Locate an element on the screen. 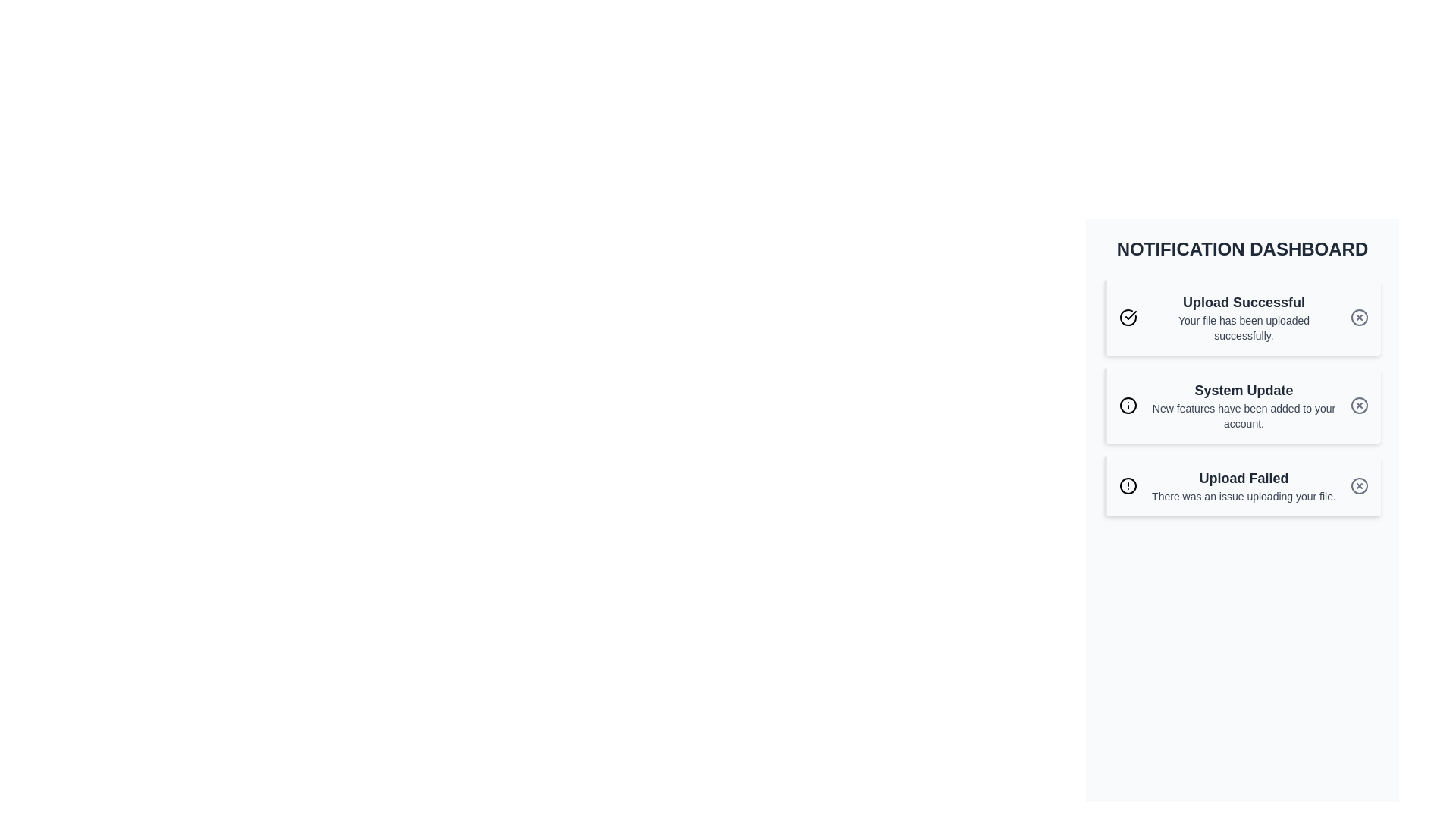  the Text Label that serves as the title for the notification message about system updates, located in the middle section of the notification panel is located at coordinates (1244, 390).